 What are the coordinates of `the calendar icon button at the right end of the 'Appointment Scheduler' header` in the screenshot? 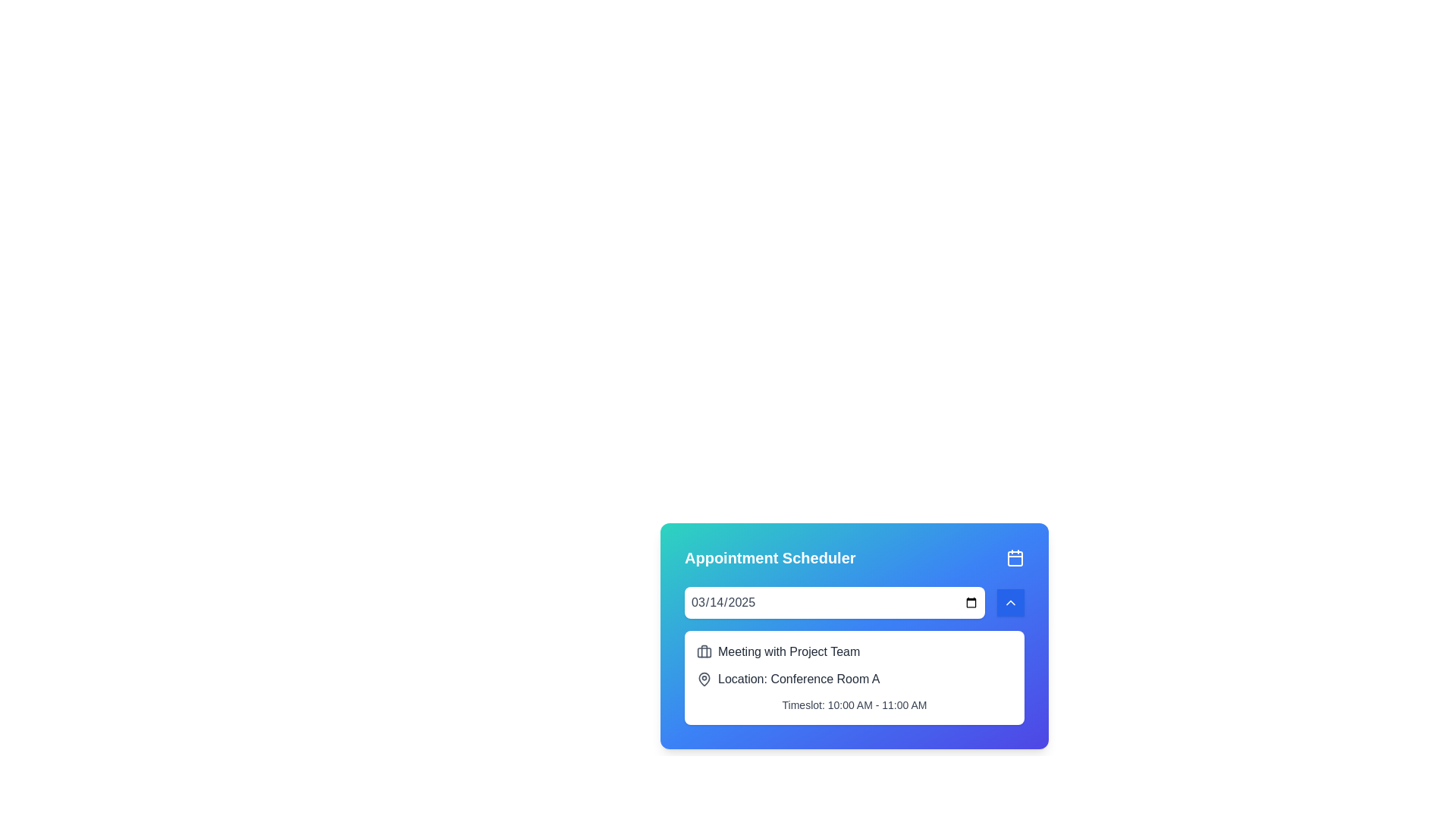 It's located at (1015, 558).